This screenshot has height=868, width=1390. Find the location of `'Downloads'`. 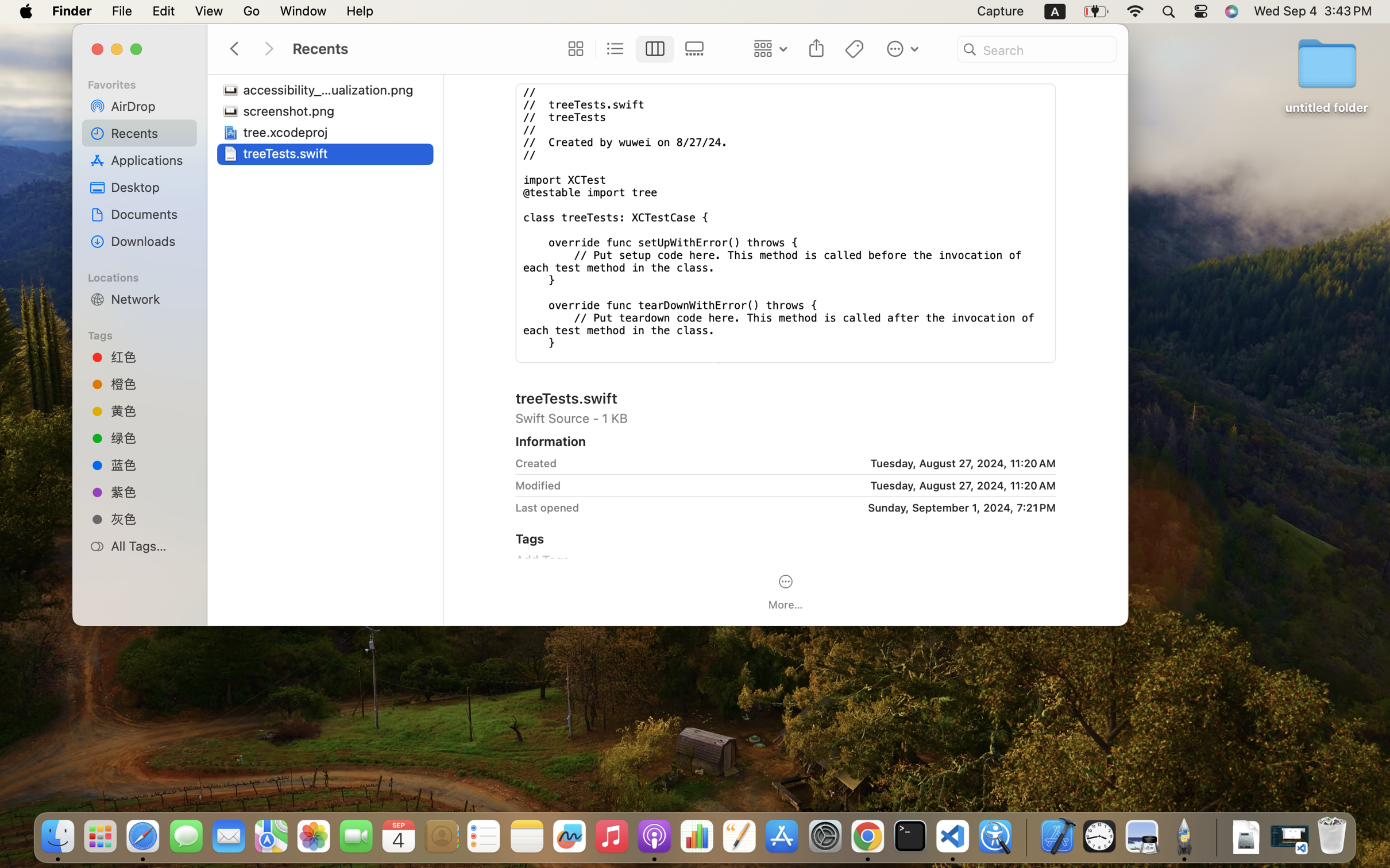

'Downloads' is located at coordinates (149, 241).